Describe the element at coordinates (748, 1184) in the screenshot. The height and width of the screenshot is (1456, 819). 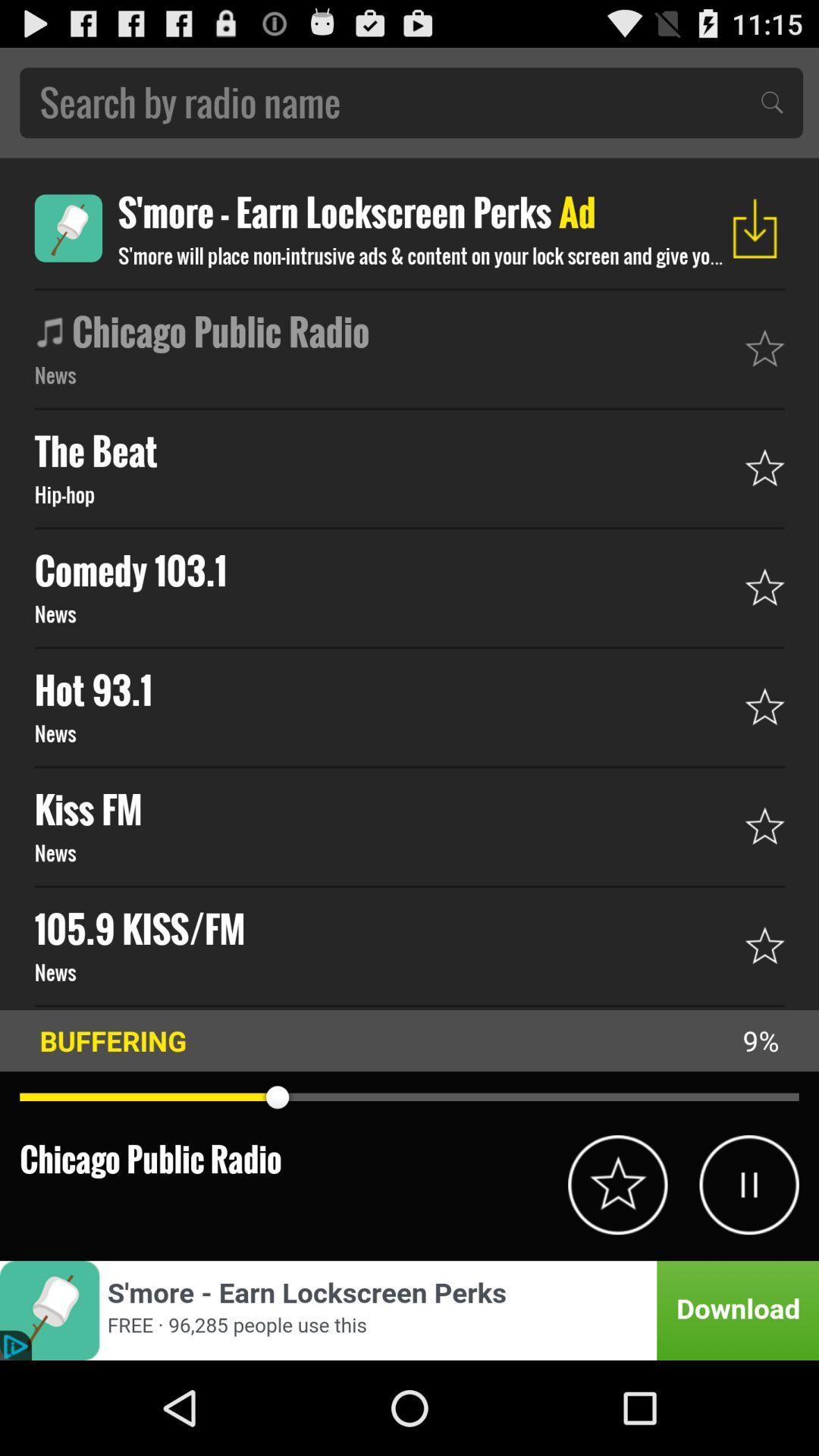
I see `pause or play` at that location.